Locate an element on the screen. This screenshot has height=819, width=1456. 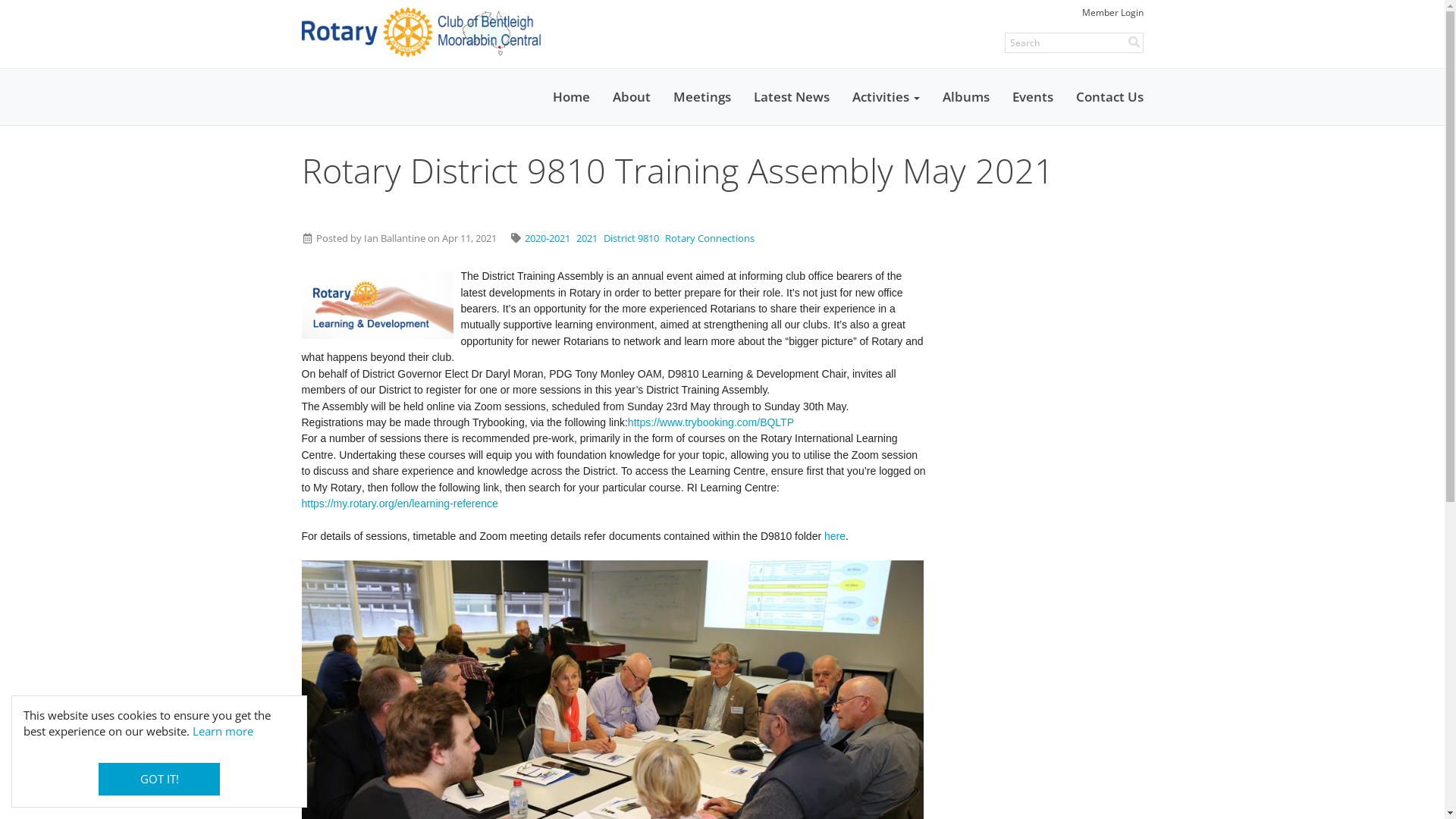
'https://www.trybooking.com/BQLTP' is located at coordinates (710, 422).